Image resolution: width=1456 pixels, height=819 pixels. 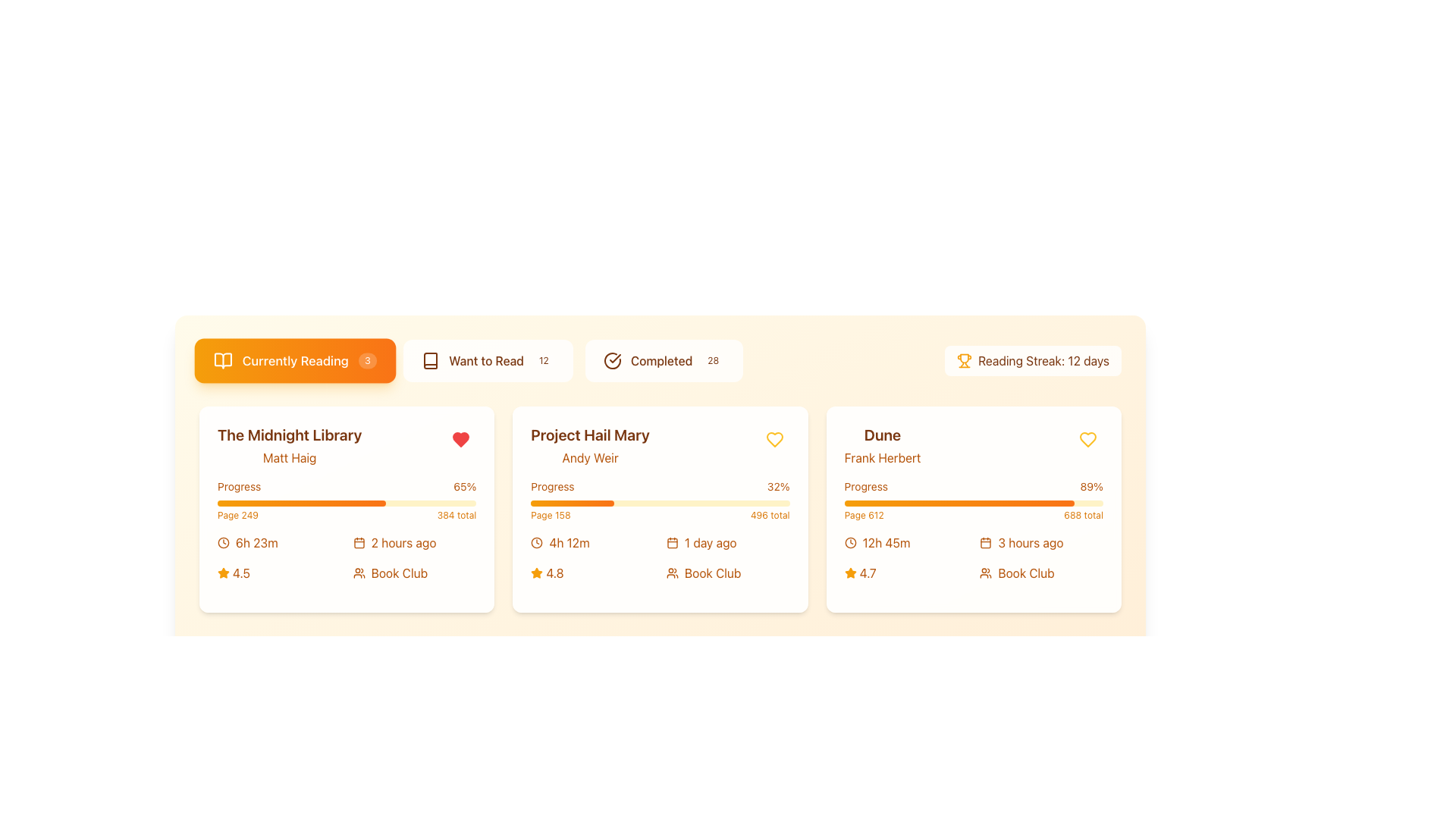 I want to click on the static text element displaying 'Andy Weir', which is amber-colored and located below 'Project Hail Mary' in the second card, so click(x=589, y=457).